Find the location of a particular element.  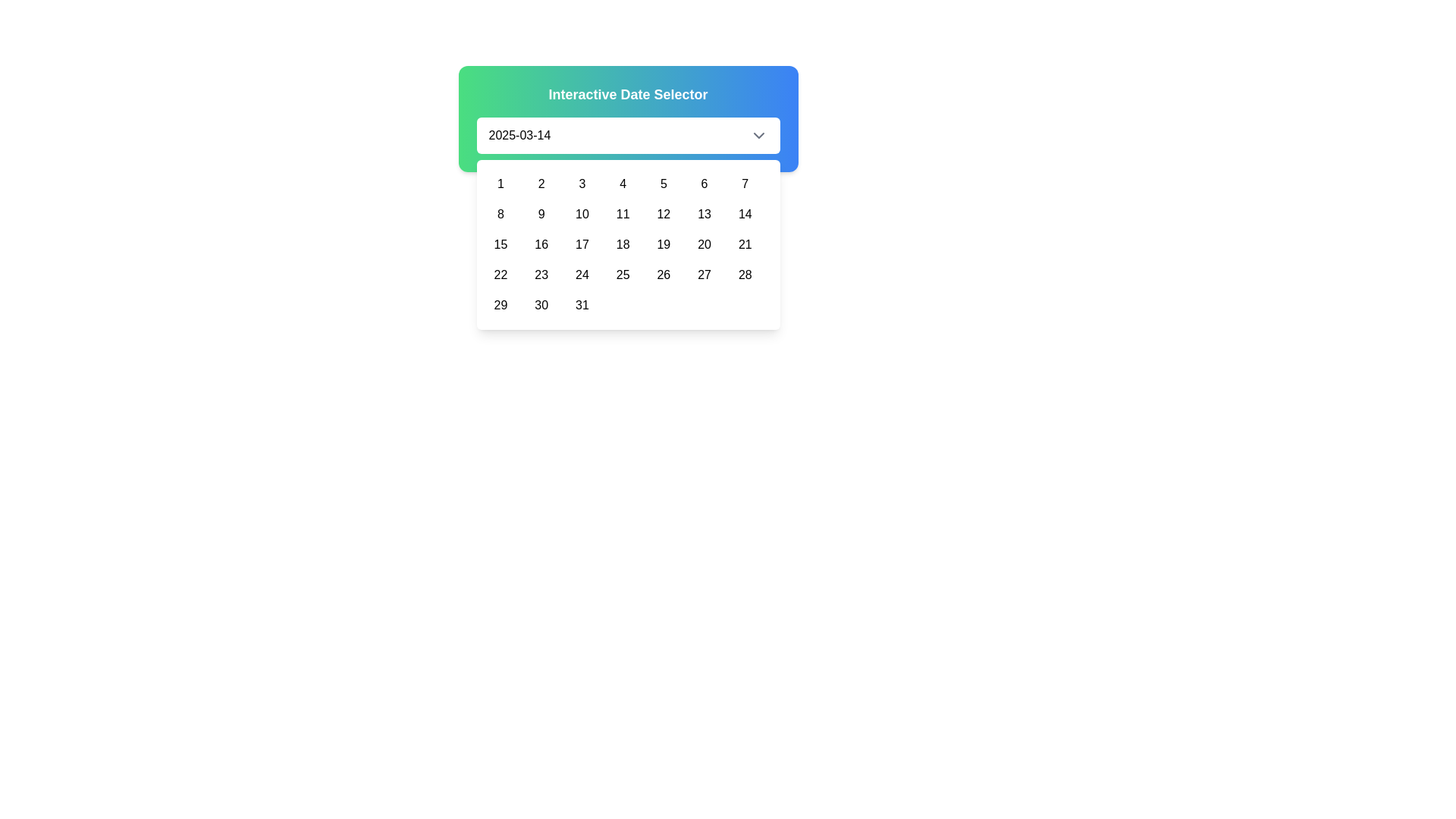

the button located in the third row and sixth column of the calendar interface is located at coordinates (704, 244).